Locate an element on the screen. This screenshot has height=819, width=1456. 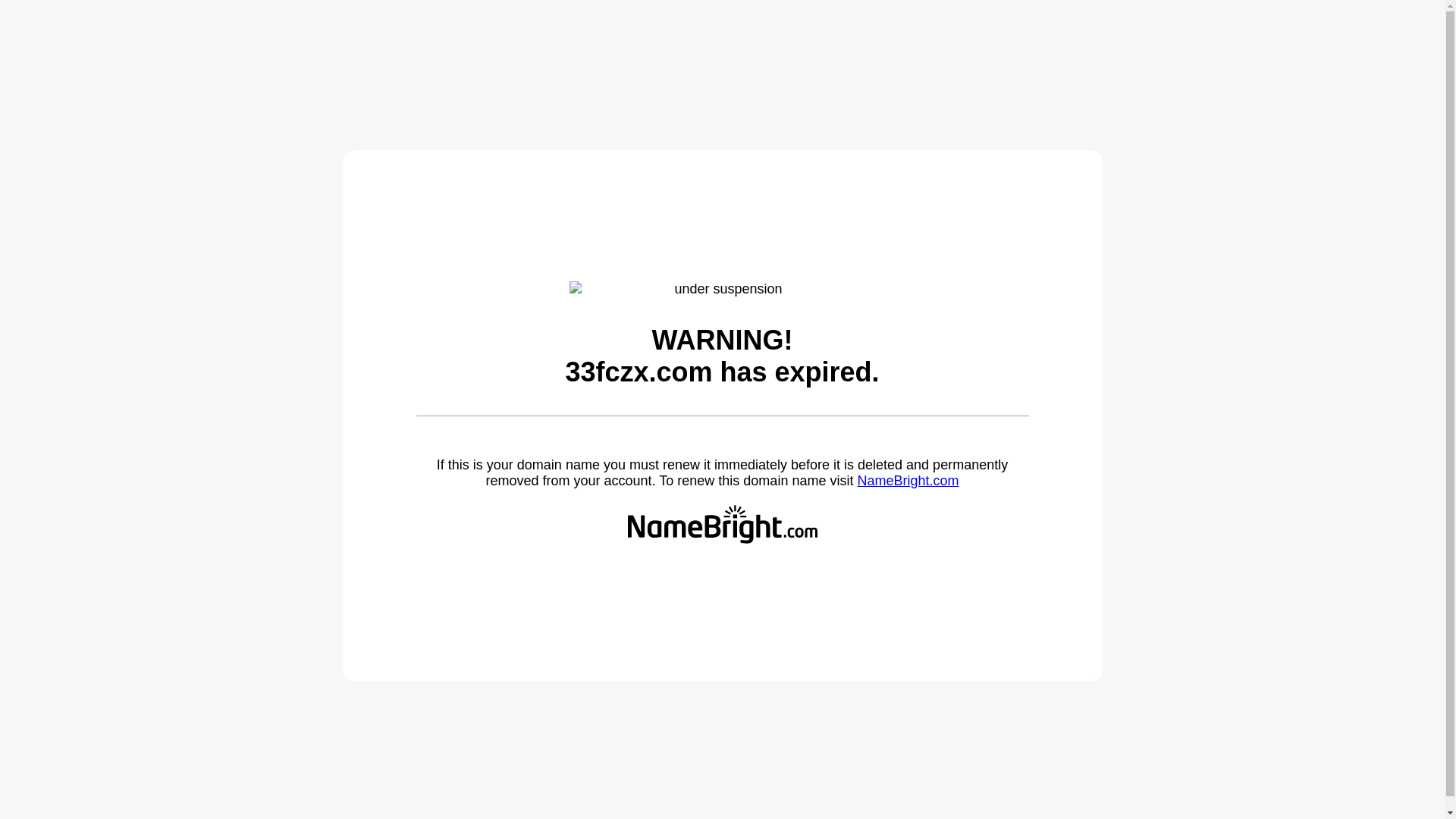
'NameBright.com' is located at coordinates (907, 480).